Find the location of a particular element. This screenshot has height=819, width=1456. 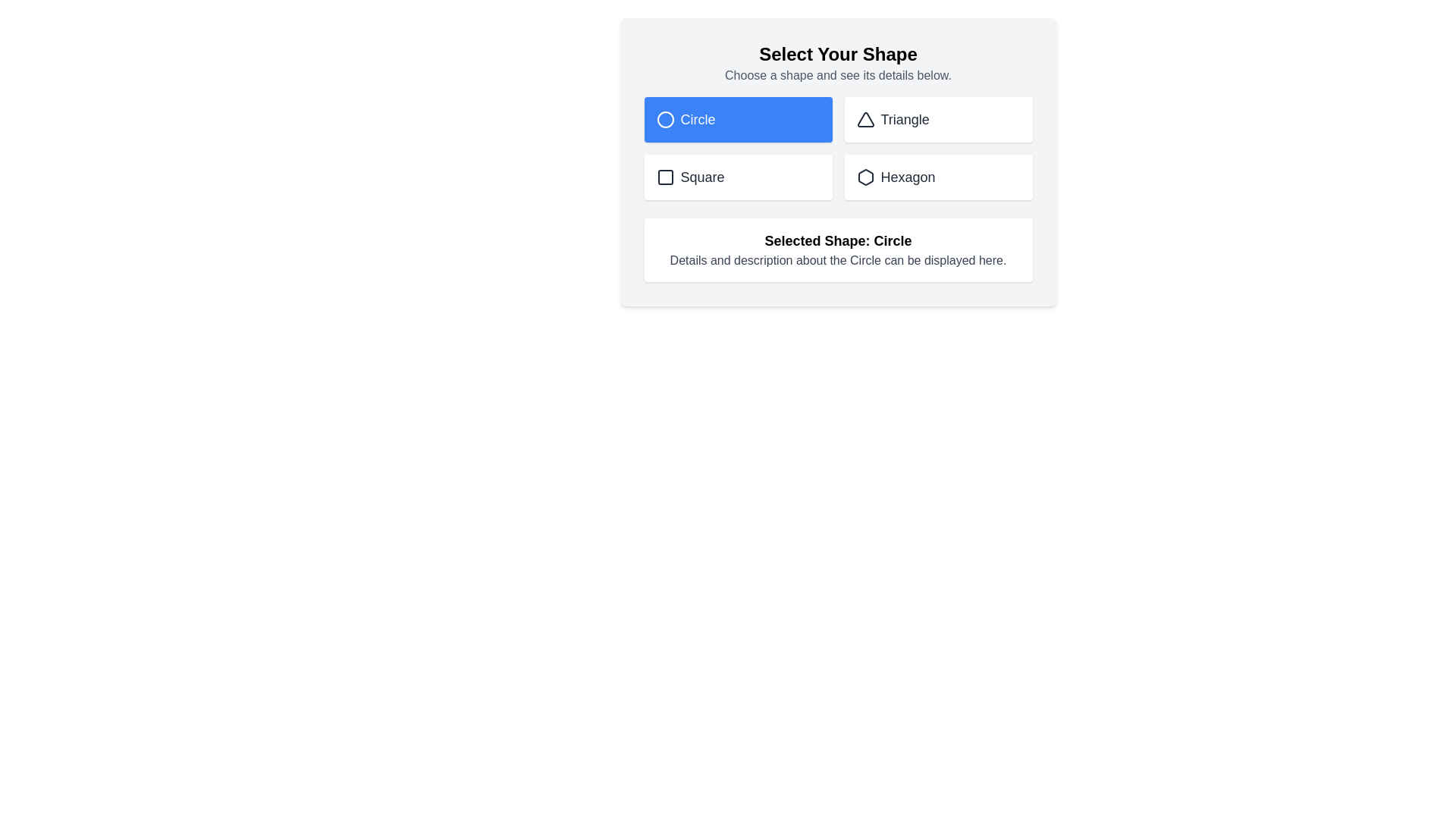

the 'Hexagon' graphical icon in the bottom-right quadrant of the selection interface is located at coordinates (865, 177).